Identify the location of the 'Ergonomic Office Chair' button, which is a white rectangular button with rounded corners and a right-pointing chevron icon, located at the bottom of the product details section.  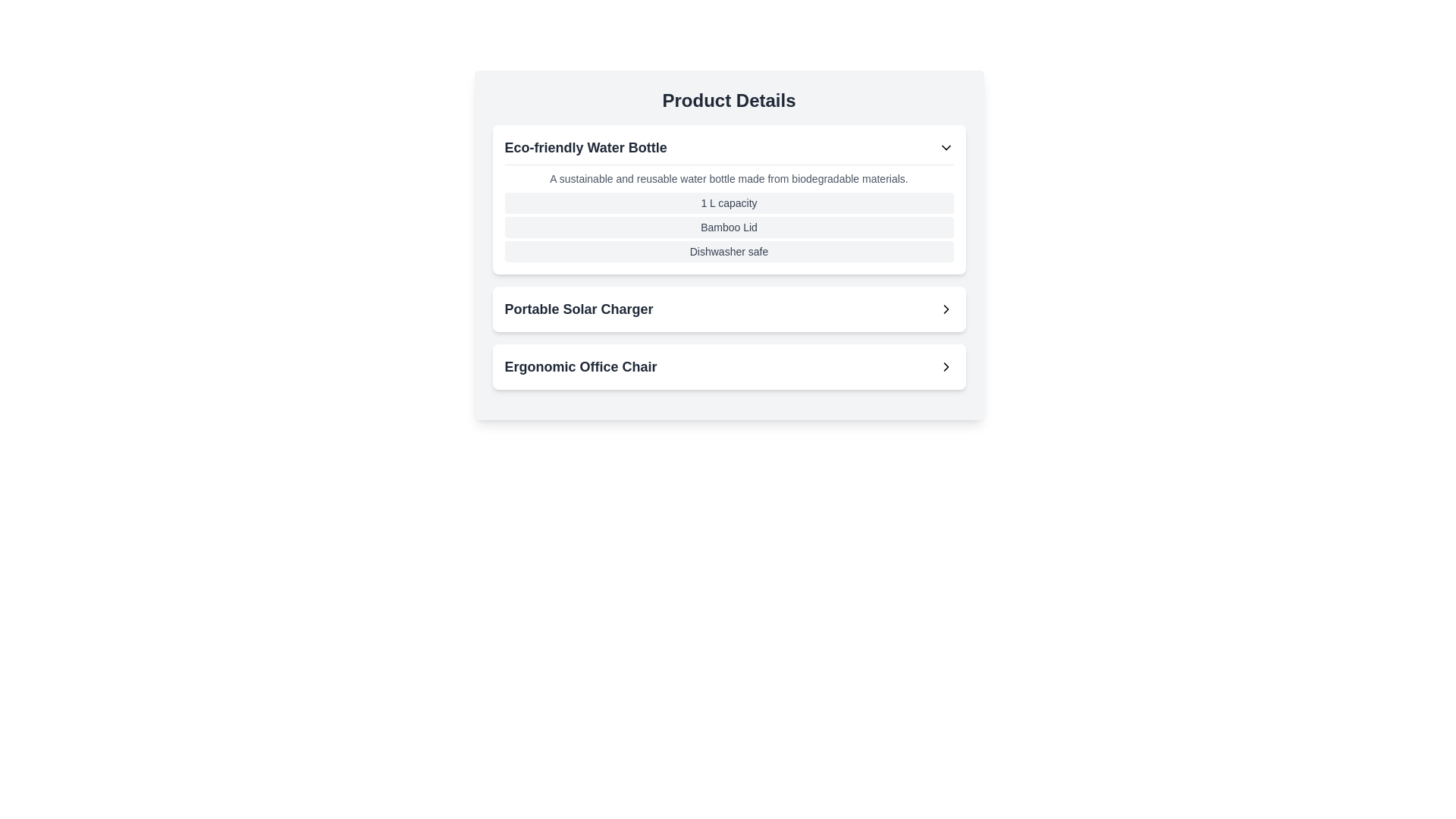
(729, 366).